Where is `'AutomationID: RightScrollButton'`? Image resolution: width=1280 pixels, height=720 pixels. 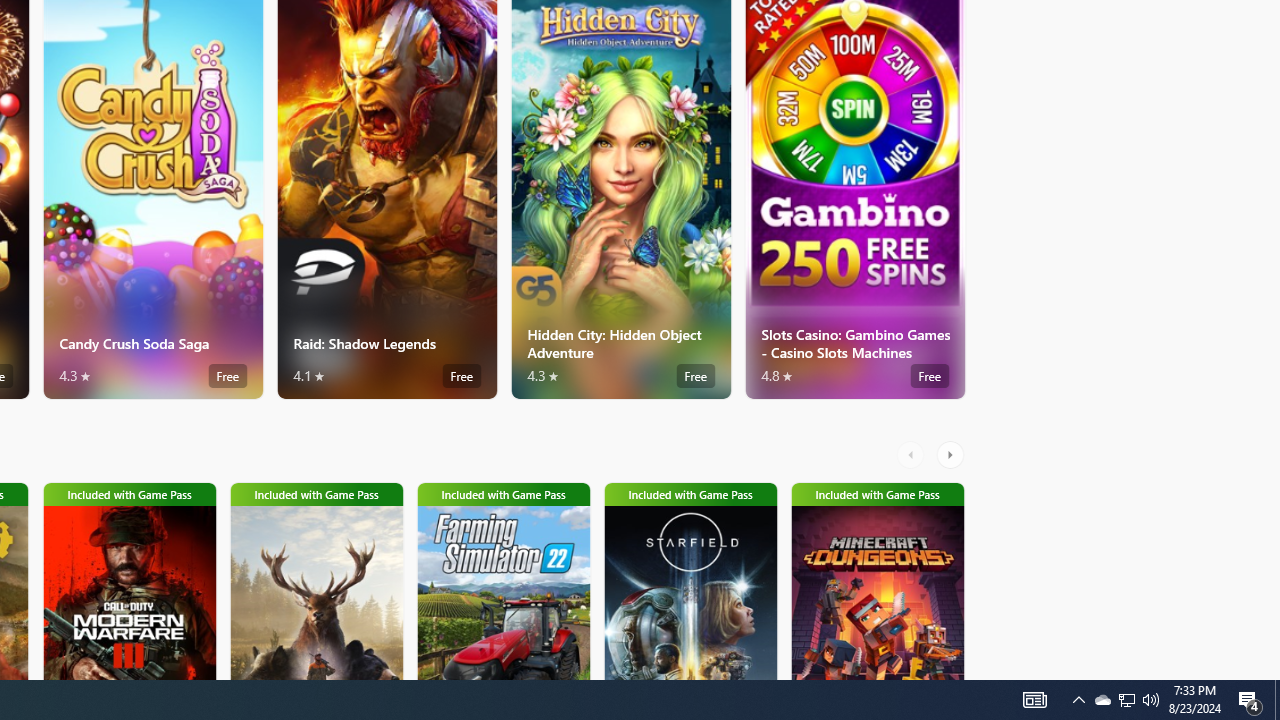
'AutomationID: RightScrollButton' is located at coordinates (951, 455).